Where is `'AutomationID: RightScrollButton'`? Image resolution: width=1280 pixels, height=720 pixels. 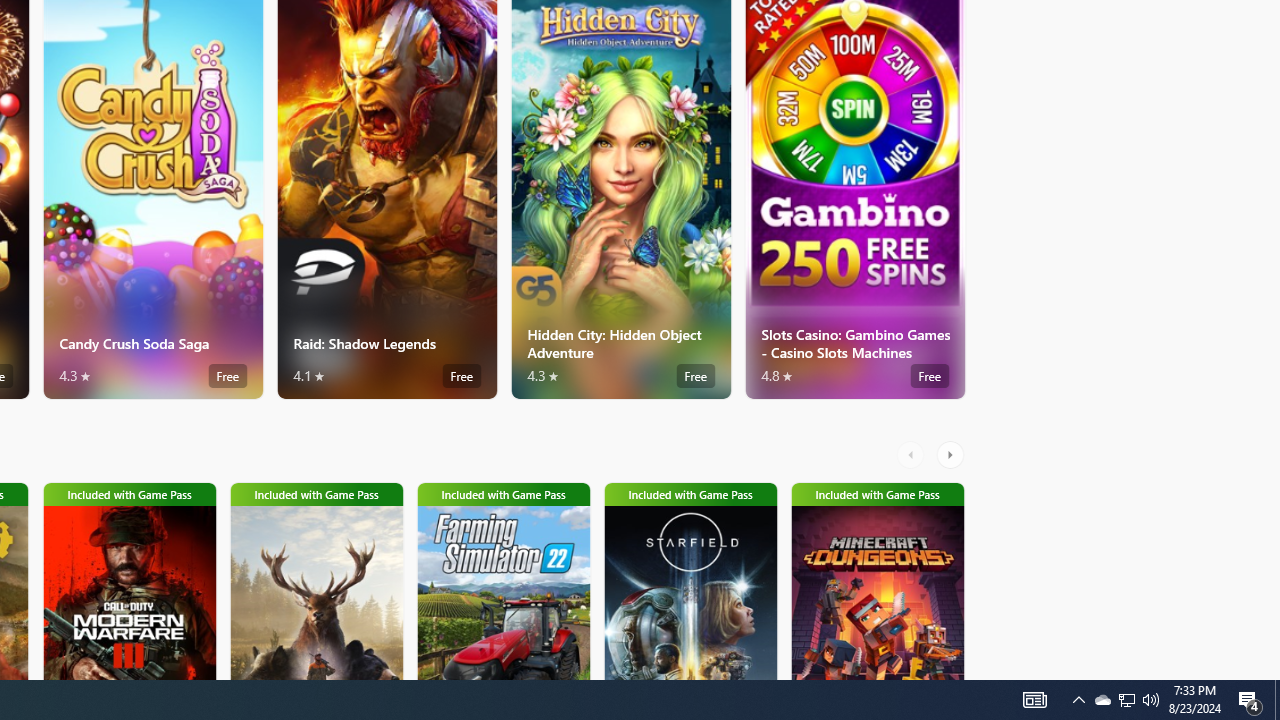
'AutomationID: RightScrollButton' is located at coordinates (951, 455).